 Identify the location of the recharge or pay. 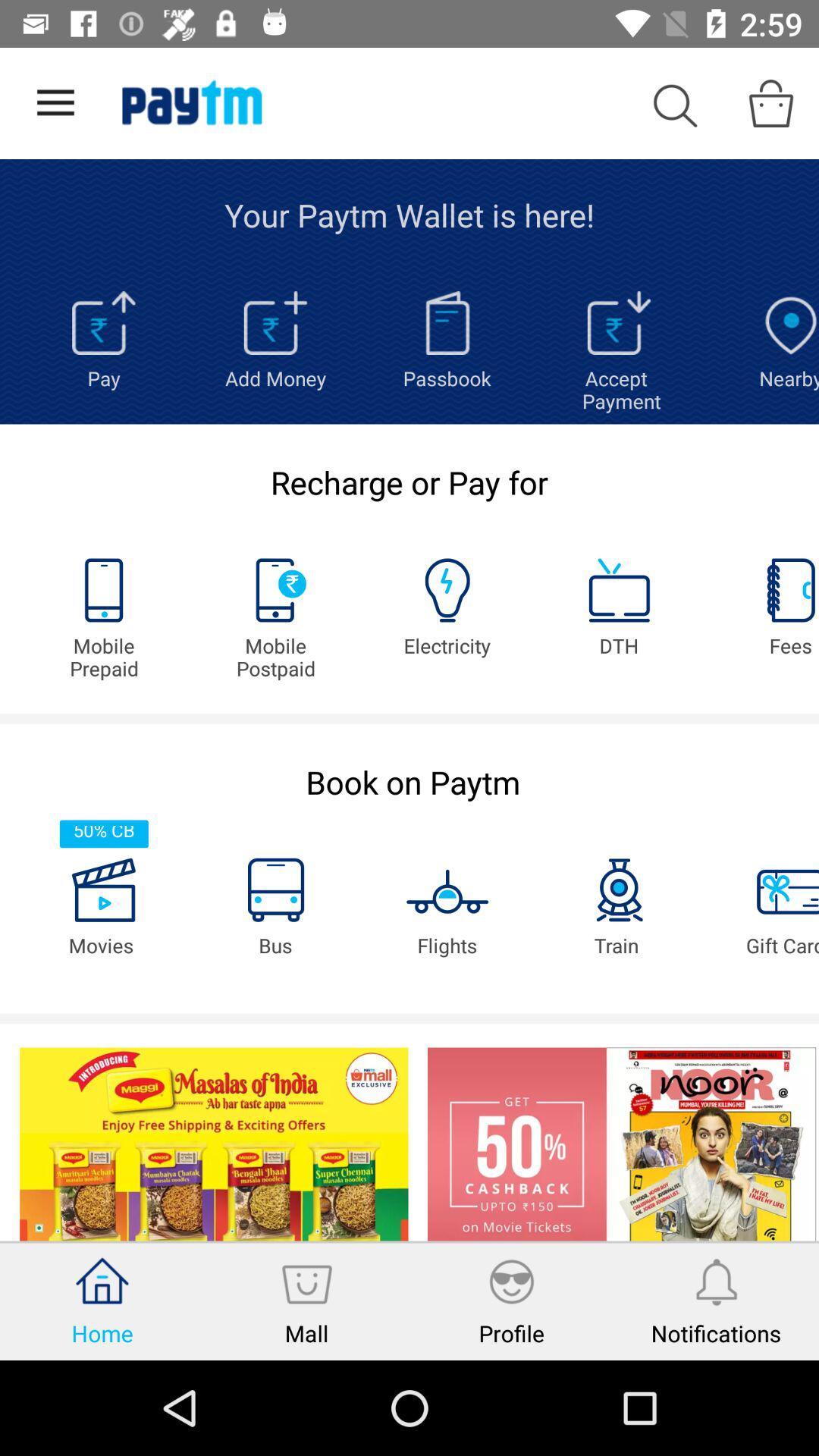
(409, 481).